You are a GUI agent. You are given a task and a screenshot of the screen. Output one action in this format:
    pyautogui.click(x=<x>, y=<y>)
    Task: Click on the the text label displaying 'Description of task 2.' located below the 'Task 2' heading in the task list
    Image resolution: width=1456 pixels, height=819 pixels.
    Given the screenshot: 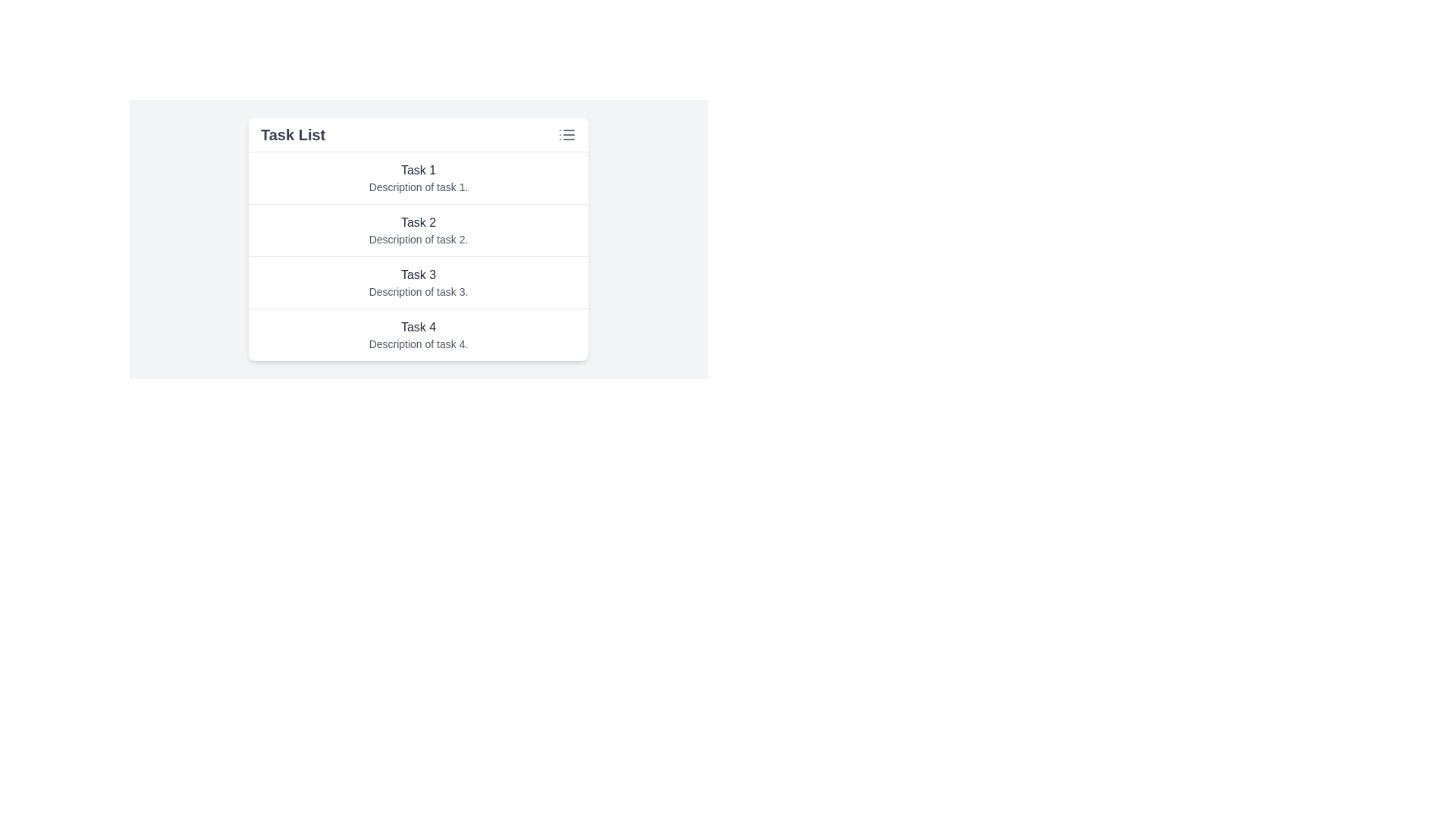 What is the action you would take?
    pyautogui.click(x=419, y=239)
    